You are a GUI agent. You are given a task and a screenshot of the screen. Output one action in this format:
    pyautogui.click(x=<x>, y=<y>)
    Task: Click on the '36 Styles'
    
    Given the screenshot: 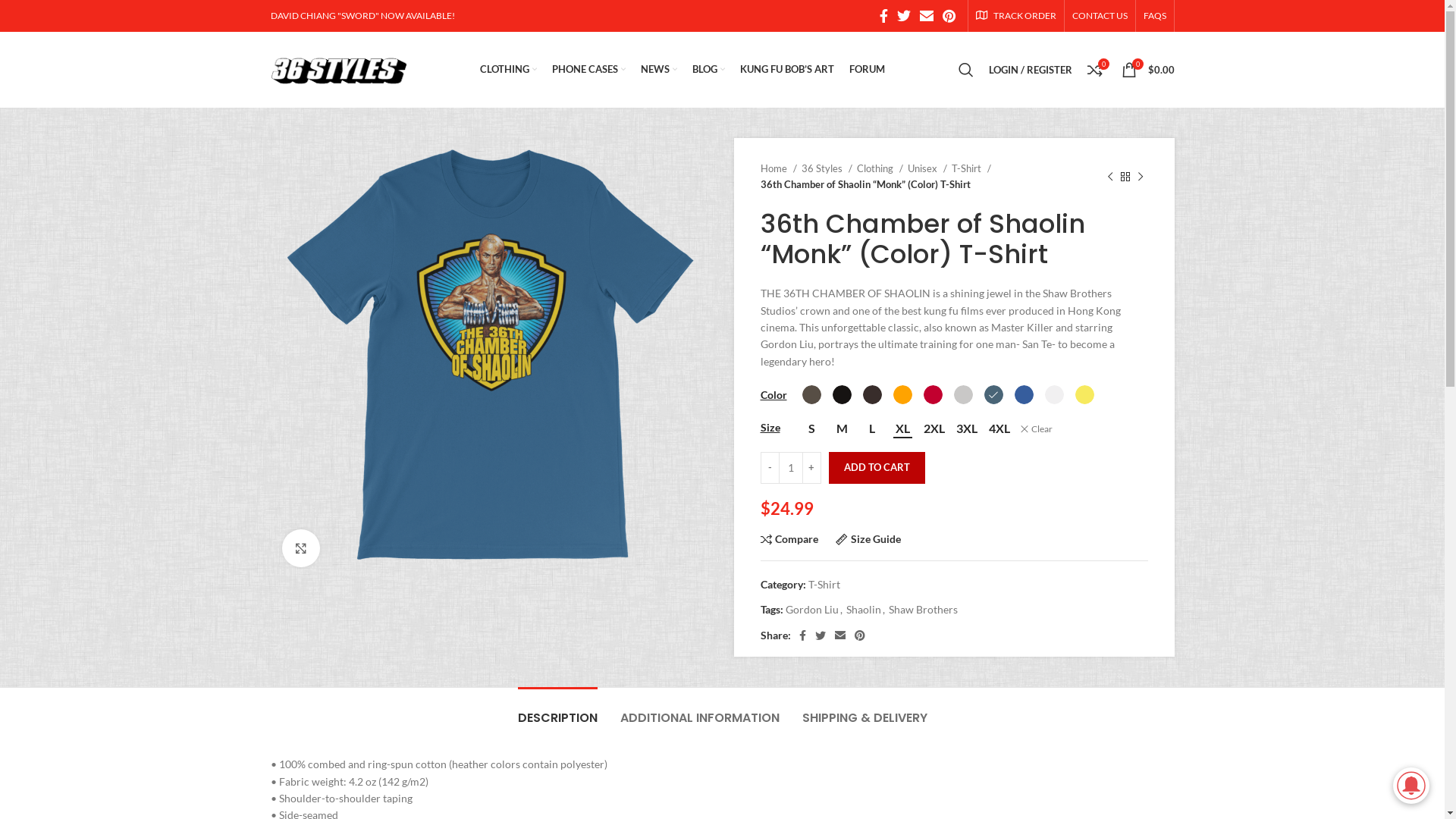 What is the action you would take?
    pyautogui.click(x=825, y=168)
    